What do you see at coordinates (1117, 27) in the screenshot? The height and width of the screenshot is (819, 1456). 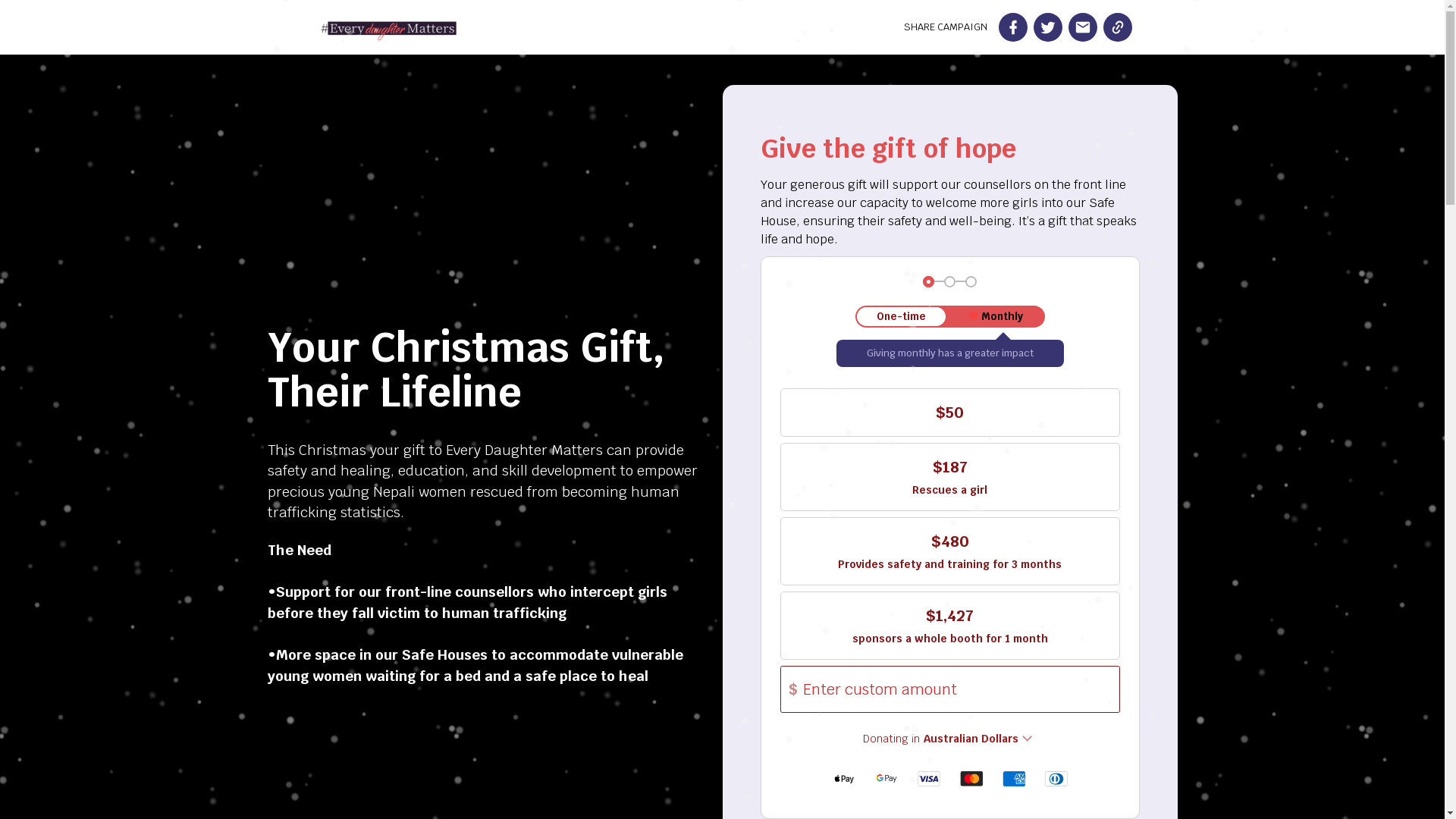 I see `'Copy Link'` at bounding box center [1117, 27].